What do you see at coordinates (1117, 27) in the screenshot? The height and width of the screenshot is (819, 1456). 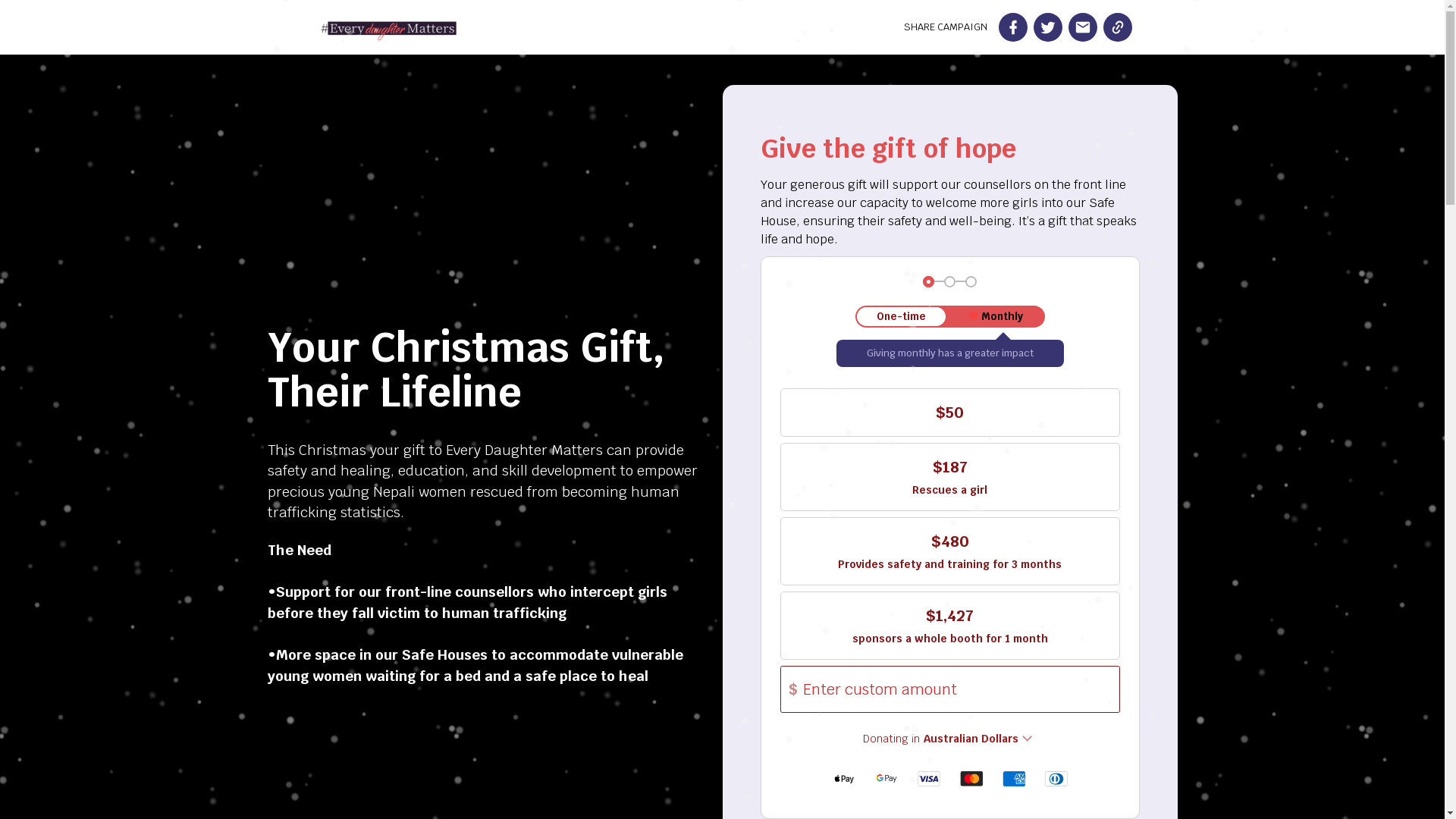 I see `'Copy Link'` at bounding box center [1117, 27].